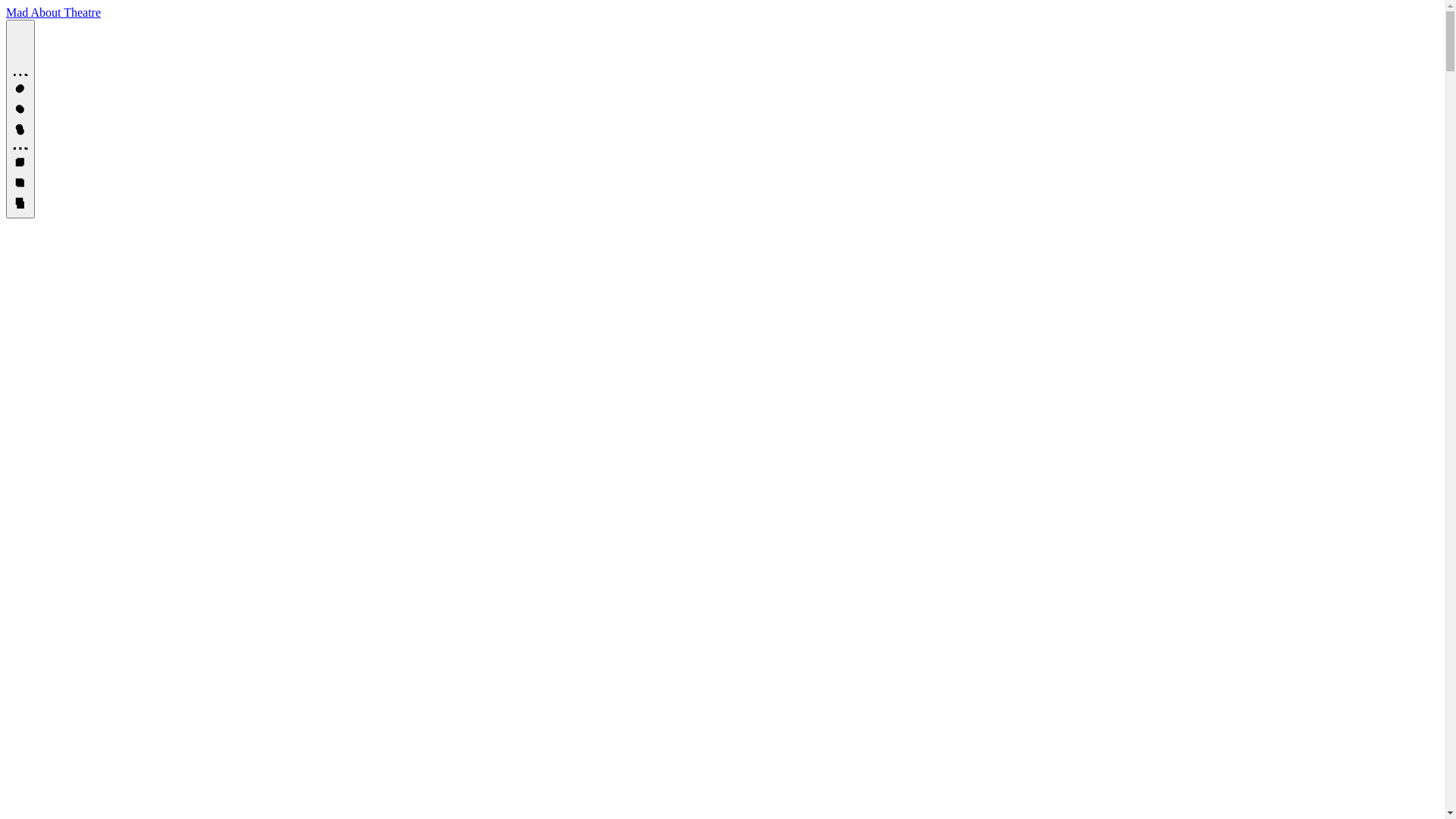 This screenshot has height=819, width=1456. Describe the element at coordinates (6, 12) in the screenshot. I see `'Mad About Theatre'` at that location.